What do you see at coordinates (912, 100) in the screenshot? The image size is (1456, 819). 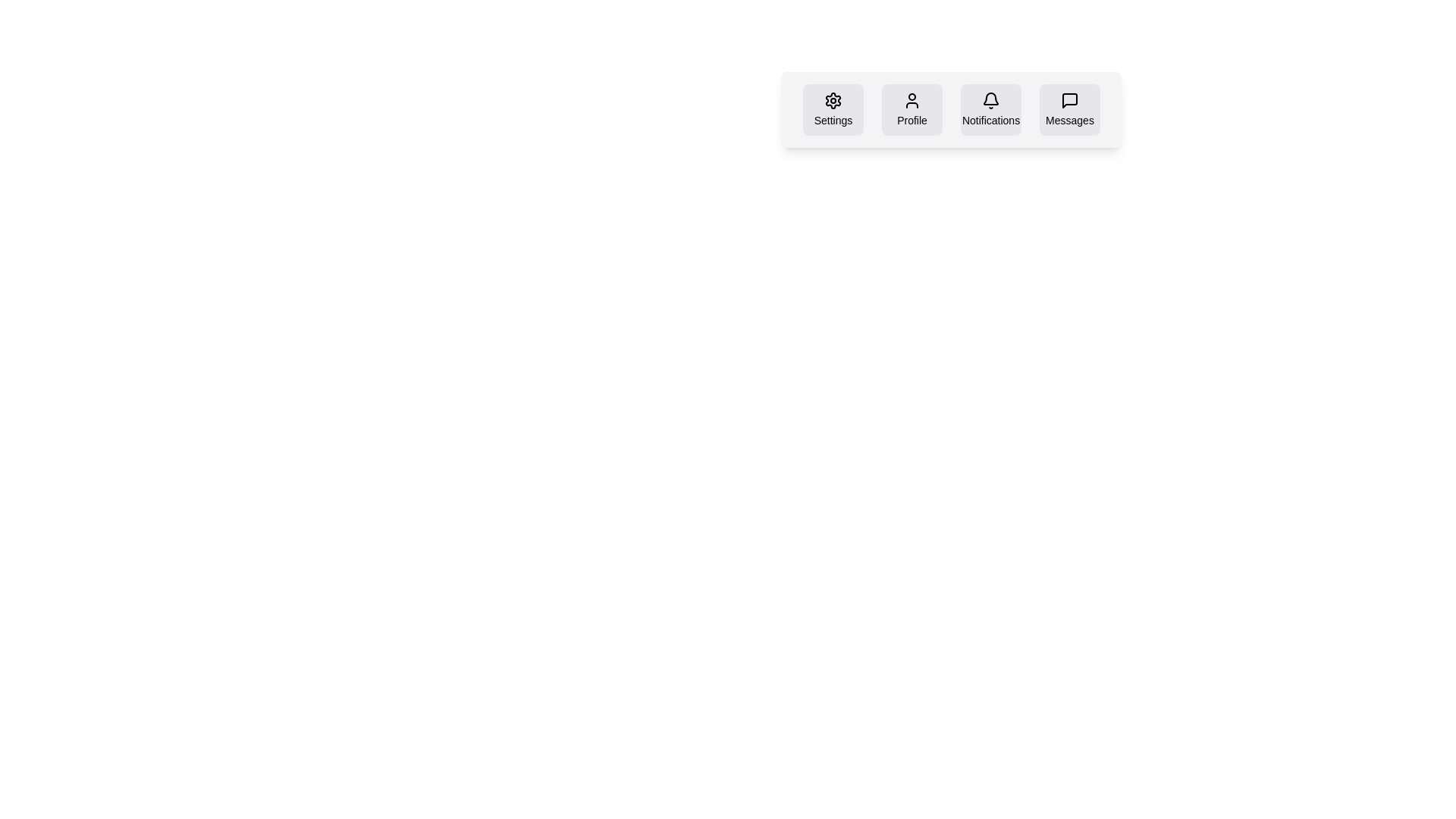 I see `the user's profile icon, which is a minimalistic design consisting of a circle above a rounded rectangle, located under the title 'Profile' as the second element from the left` at bounding box center [912, 100].